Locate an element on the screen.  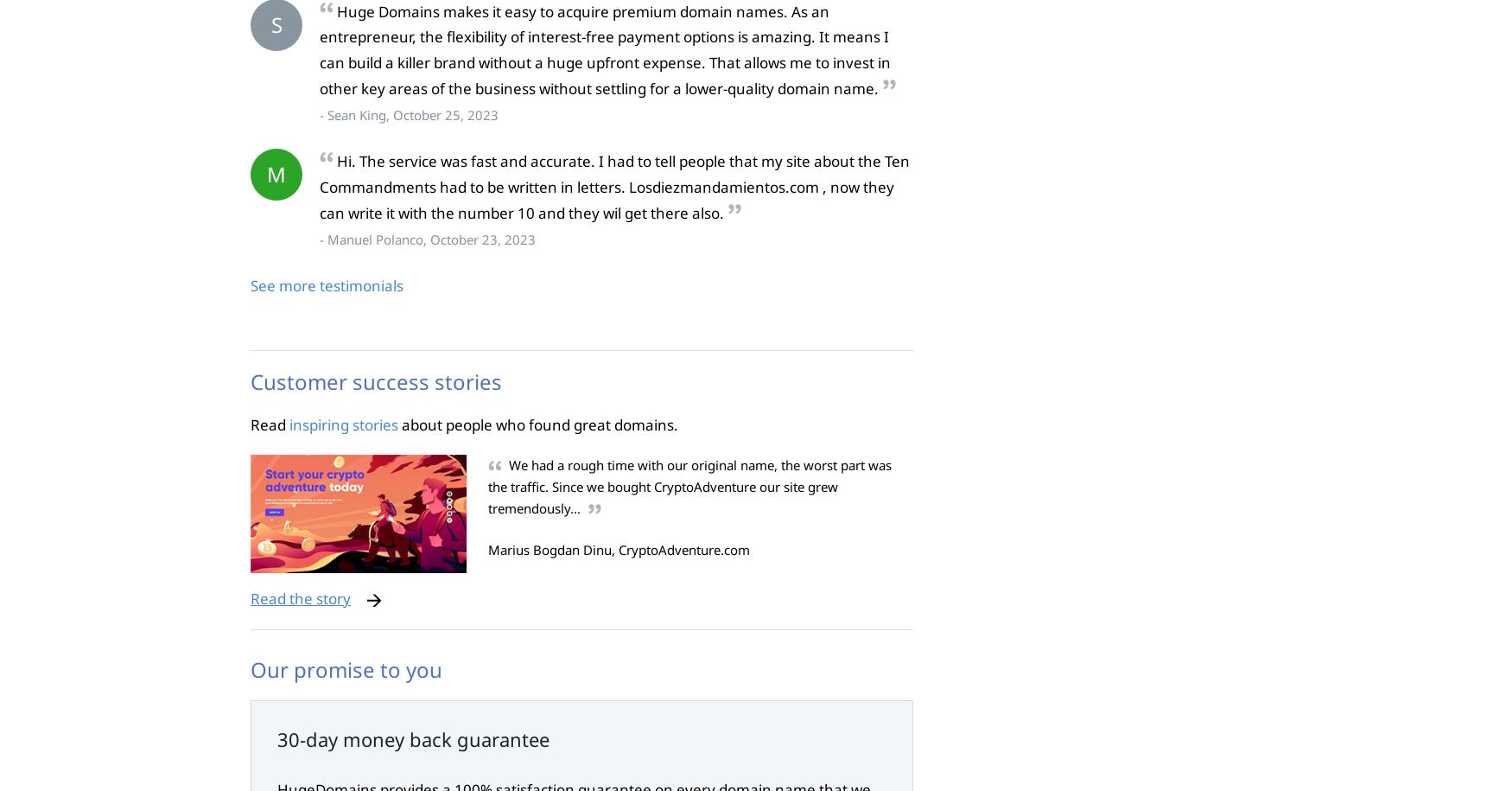
'Read' is located at coordinates (269, 423).